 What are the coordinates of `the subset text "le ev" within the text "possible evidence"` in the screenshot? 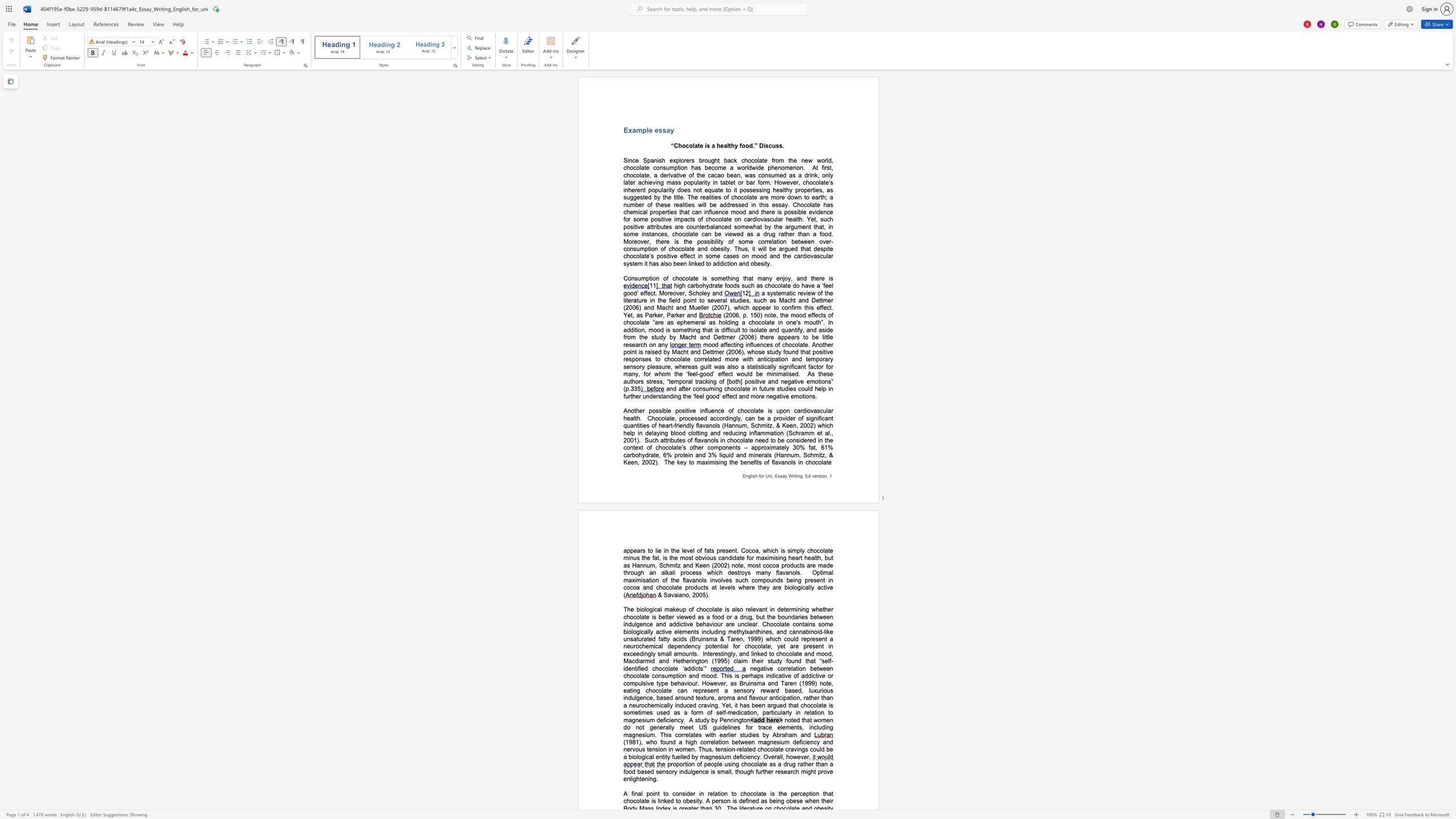 It's located at (801, 211).